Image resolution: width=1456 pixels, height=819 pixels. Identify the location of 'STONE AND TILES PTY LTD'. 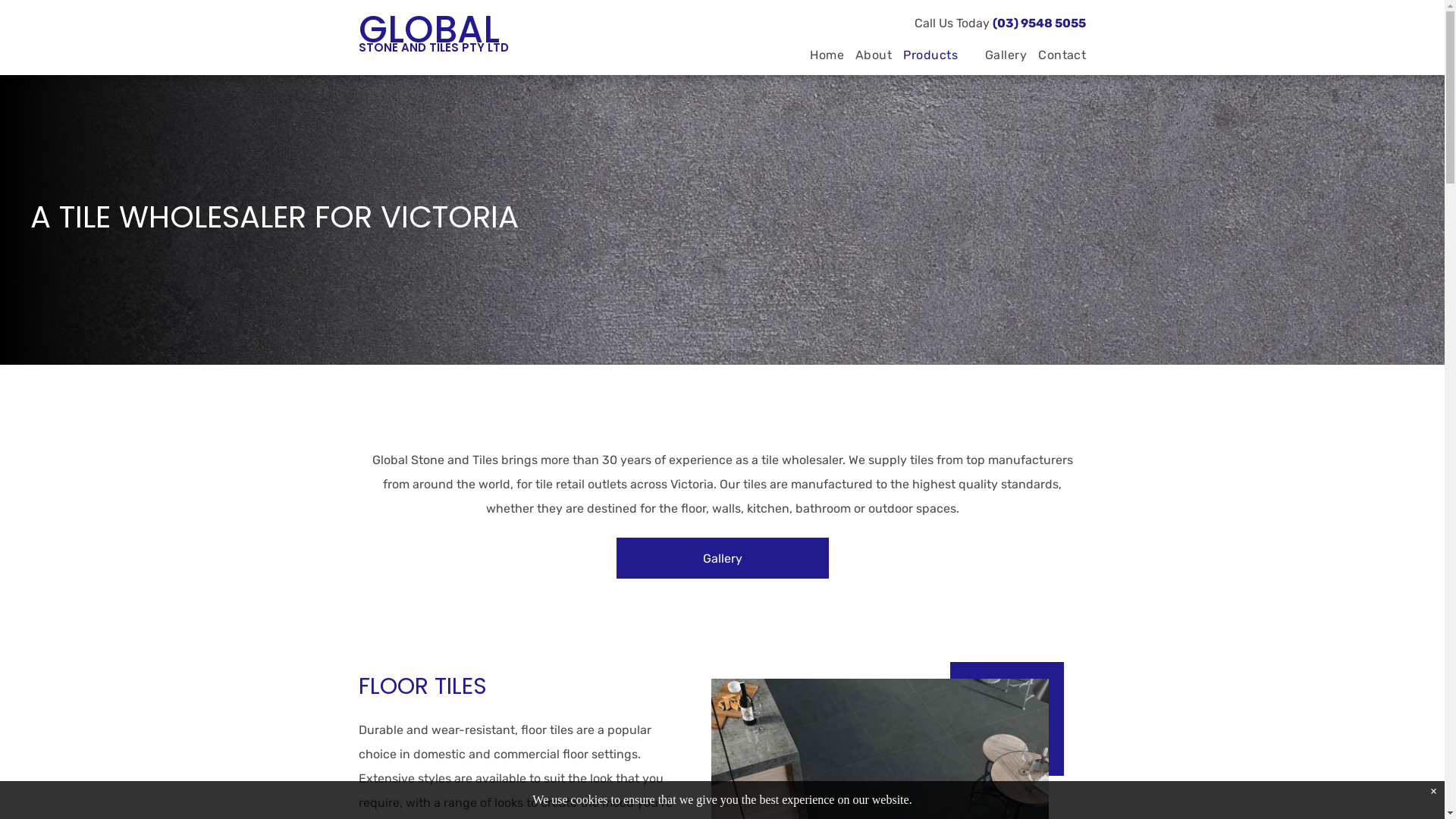
(432, 46).